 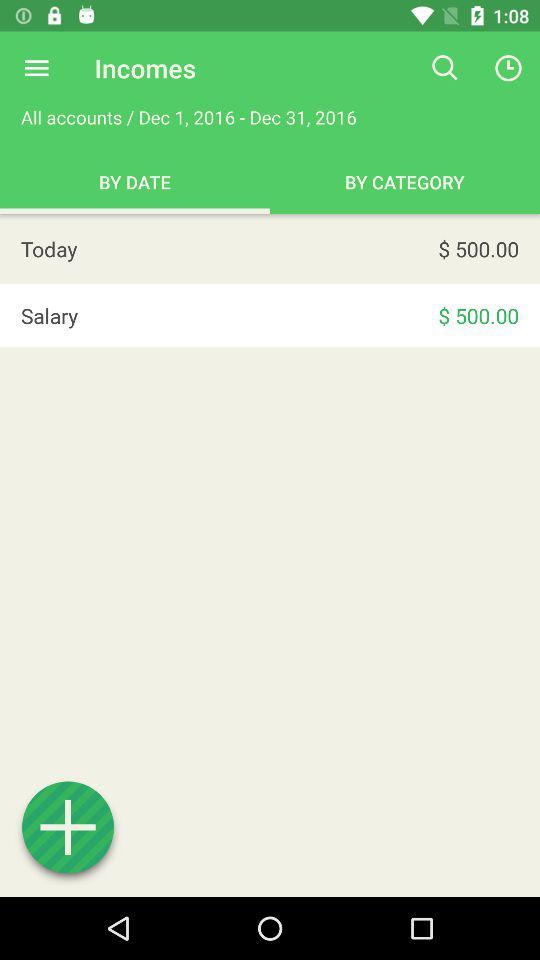 What do you see at coordinates (36, 68) in the screenshot?
I see `open menu` at bounding box center [36, 68].